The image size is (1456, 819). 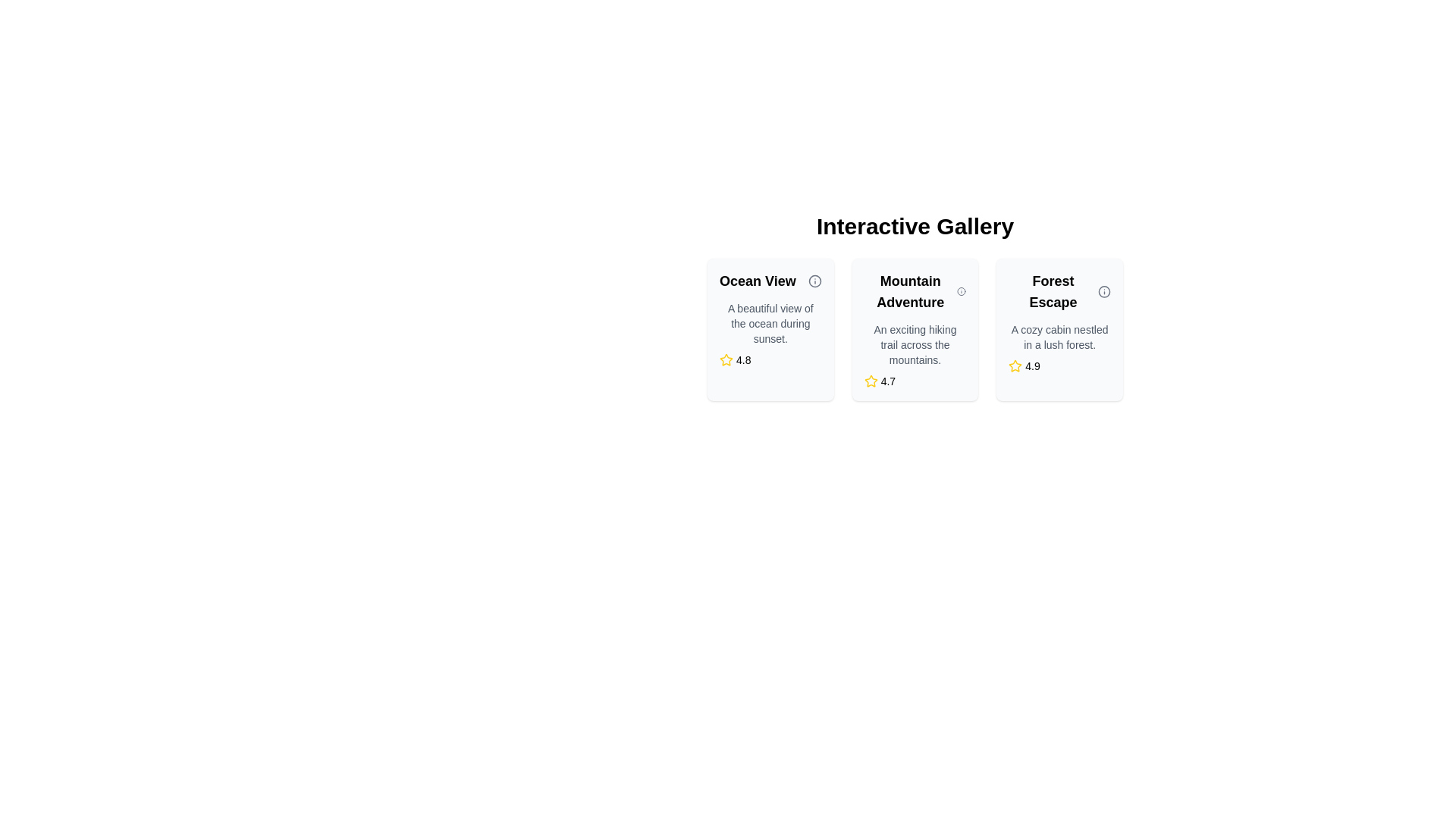 What do you see at coordinates (814, 281) in the screenshot?
I see `the information icon located to the right of the 'Ocean View' text in the Ocean View card` at bounding box center [814, 281].